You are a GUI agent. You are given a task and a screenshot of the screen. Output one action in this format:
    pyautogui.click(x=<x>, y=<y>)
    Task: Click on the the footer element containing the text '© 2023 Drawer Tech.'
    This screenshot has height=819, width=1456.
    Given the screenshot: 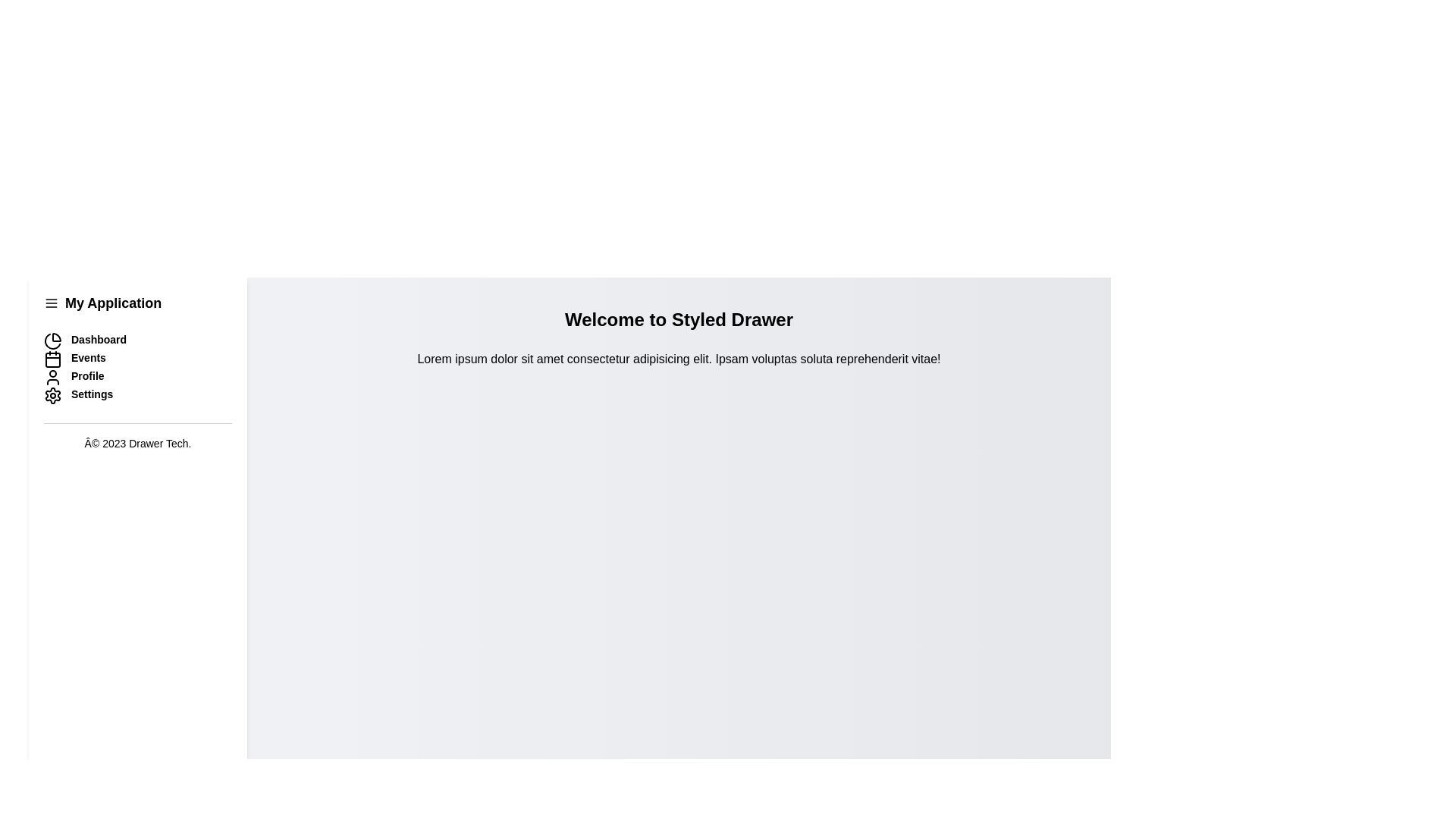 What is the action you would take?
    pyautogui.click(x=138, y=437)
    